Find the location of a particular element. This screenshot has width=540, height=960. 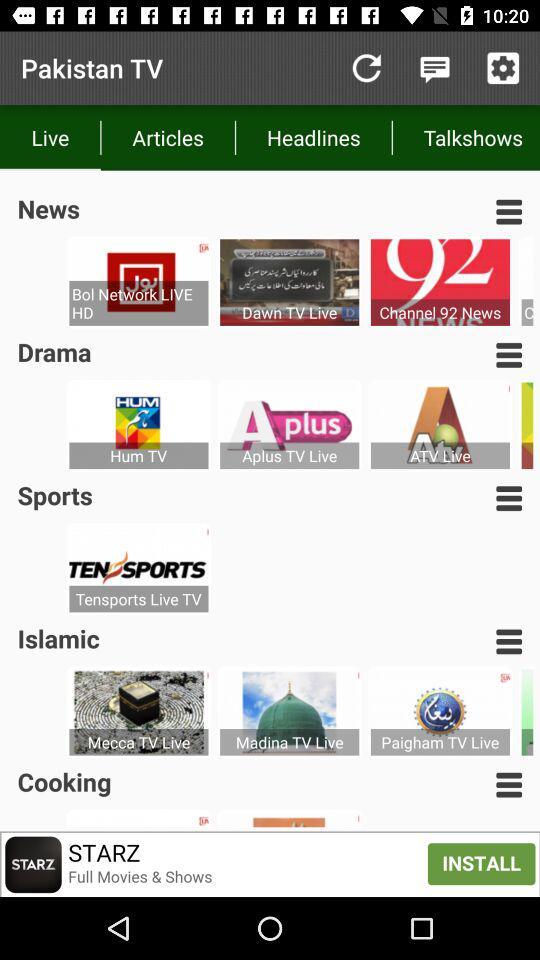

more button of the same catergory is located at coordinates (509, 784).